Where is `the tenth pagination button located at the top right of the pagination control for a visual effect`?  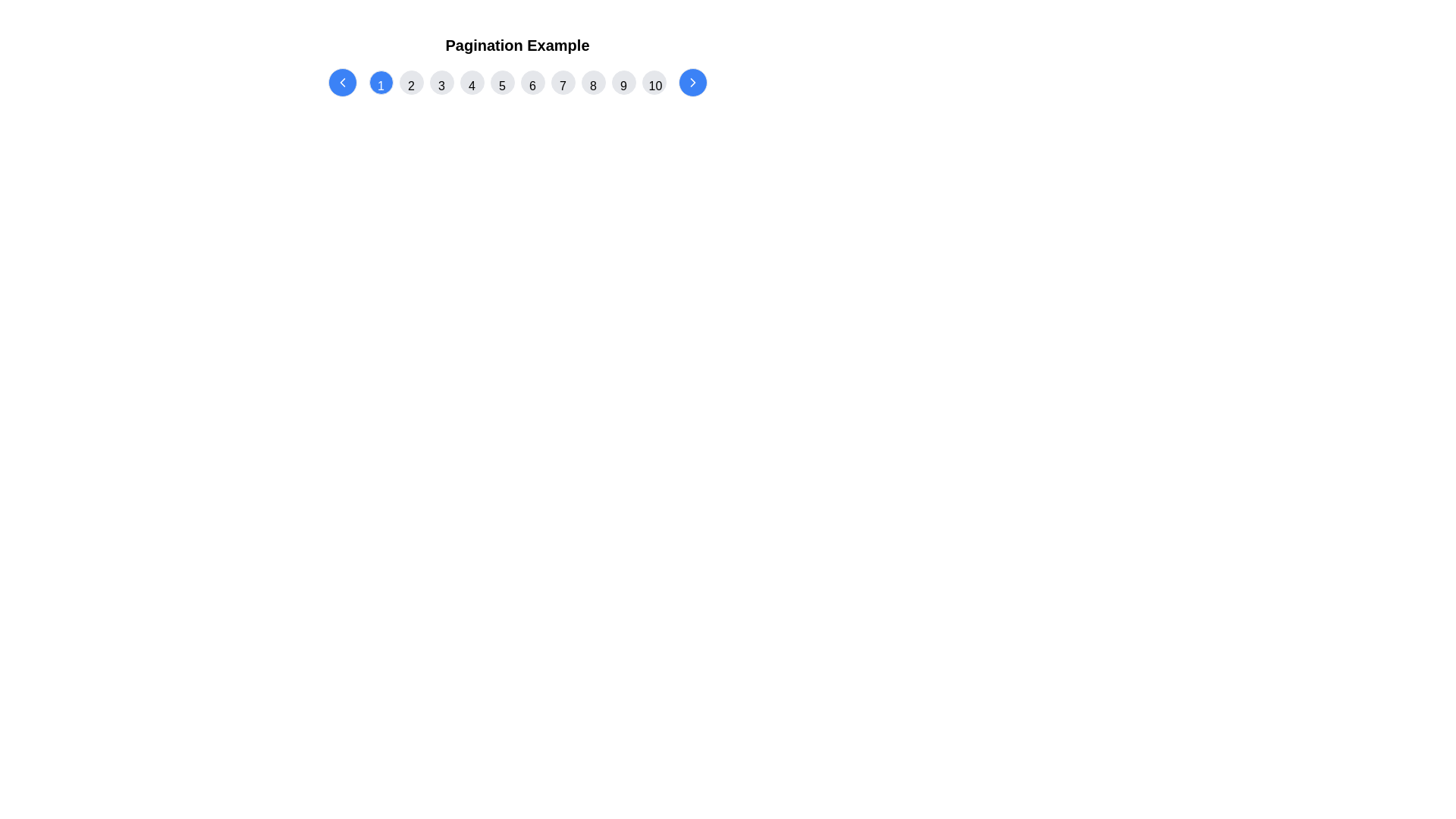
the tenth pagination button located at the top right of the pagination control for a visual effect is located at coordinates (654, 82).